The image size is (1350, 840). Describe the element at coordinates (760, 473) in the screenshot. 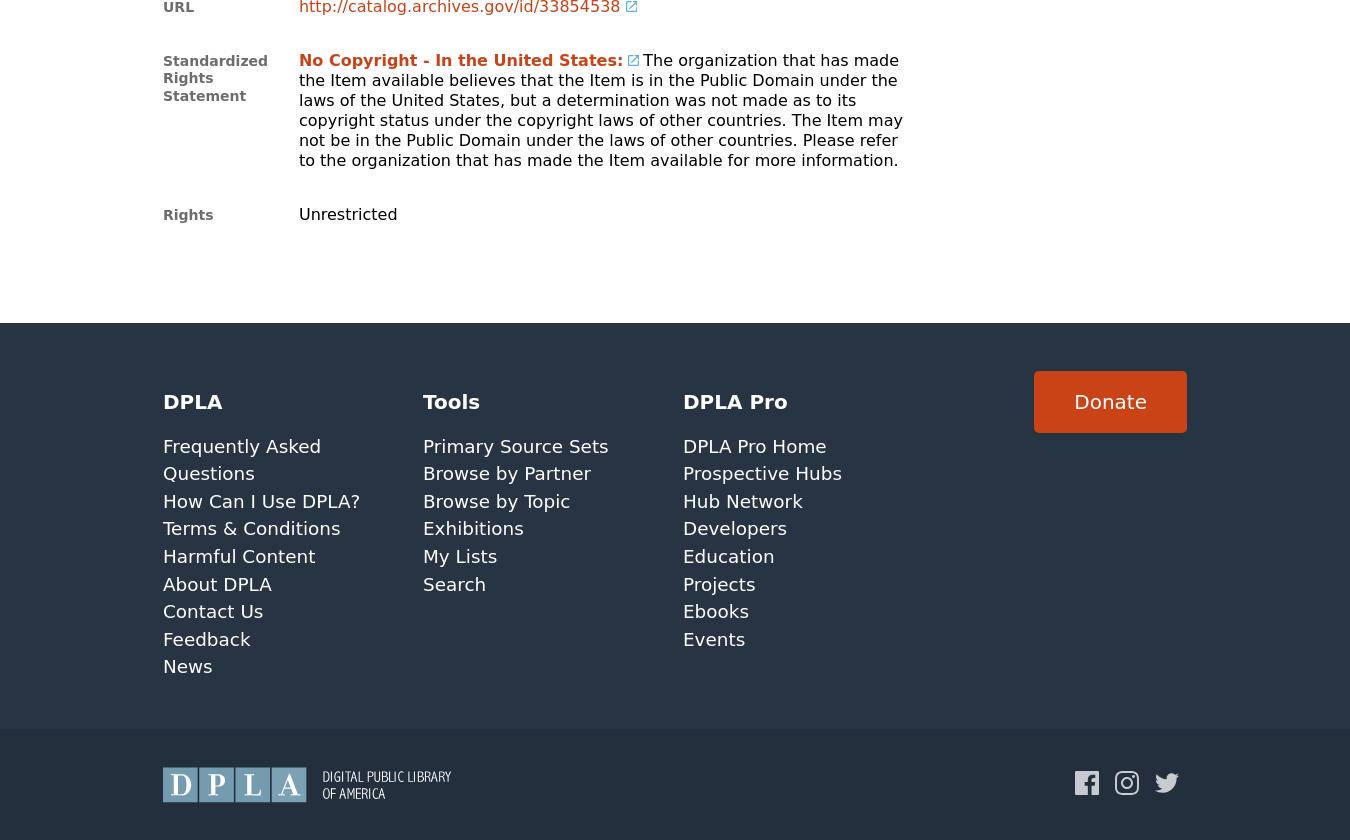

I see `'Prospective Hubs'` at that location.